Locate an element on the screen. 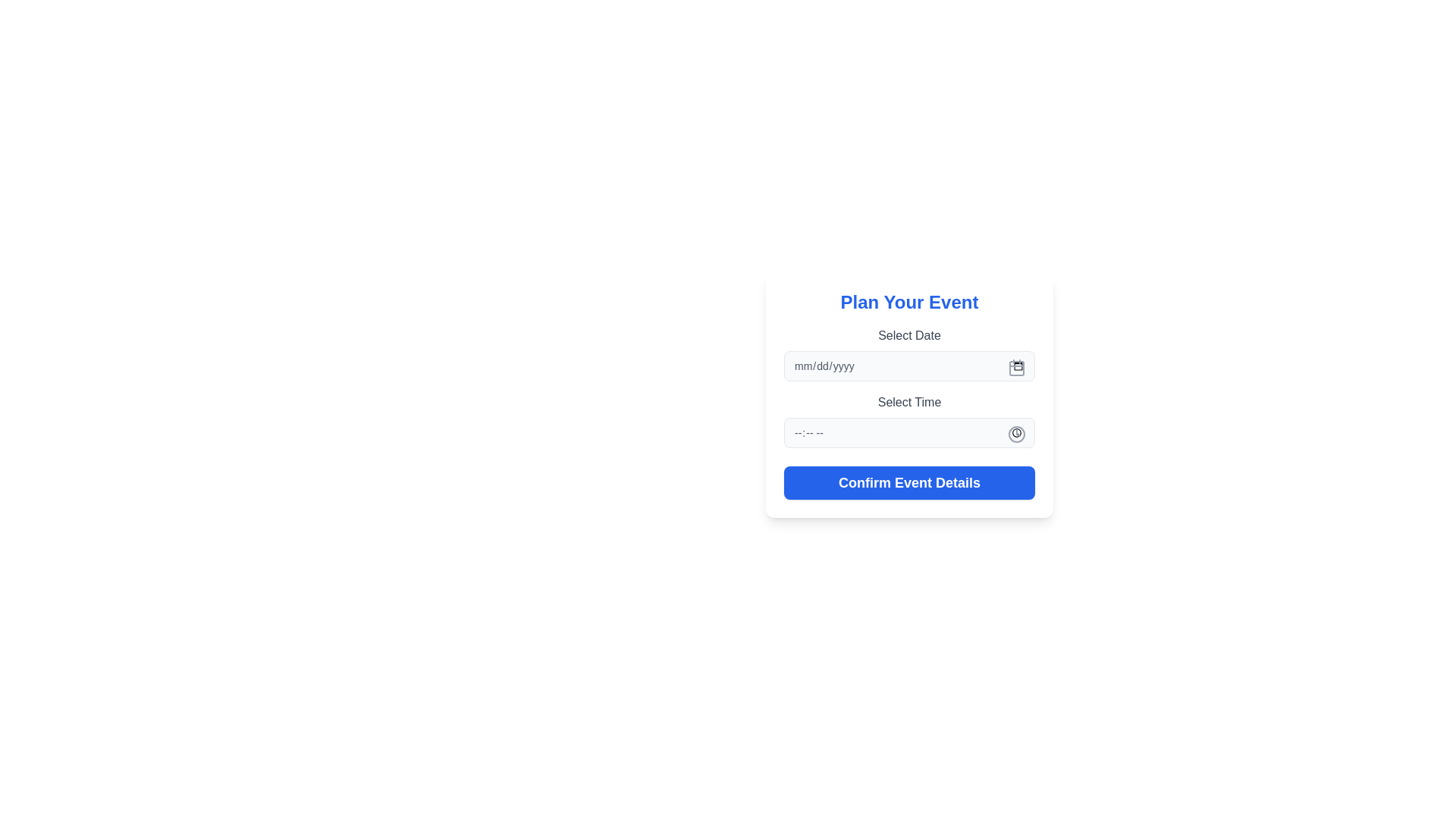  the SVG Rectangle element of the calendar icon located to the right of the 'Select Date' text field is located at coordinates (1016, 369).